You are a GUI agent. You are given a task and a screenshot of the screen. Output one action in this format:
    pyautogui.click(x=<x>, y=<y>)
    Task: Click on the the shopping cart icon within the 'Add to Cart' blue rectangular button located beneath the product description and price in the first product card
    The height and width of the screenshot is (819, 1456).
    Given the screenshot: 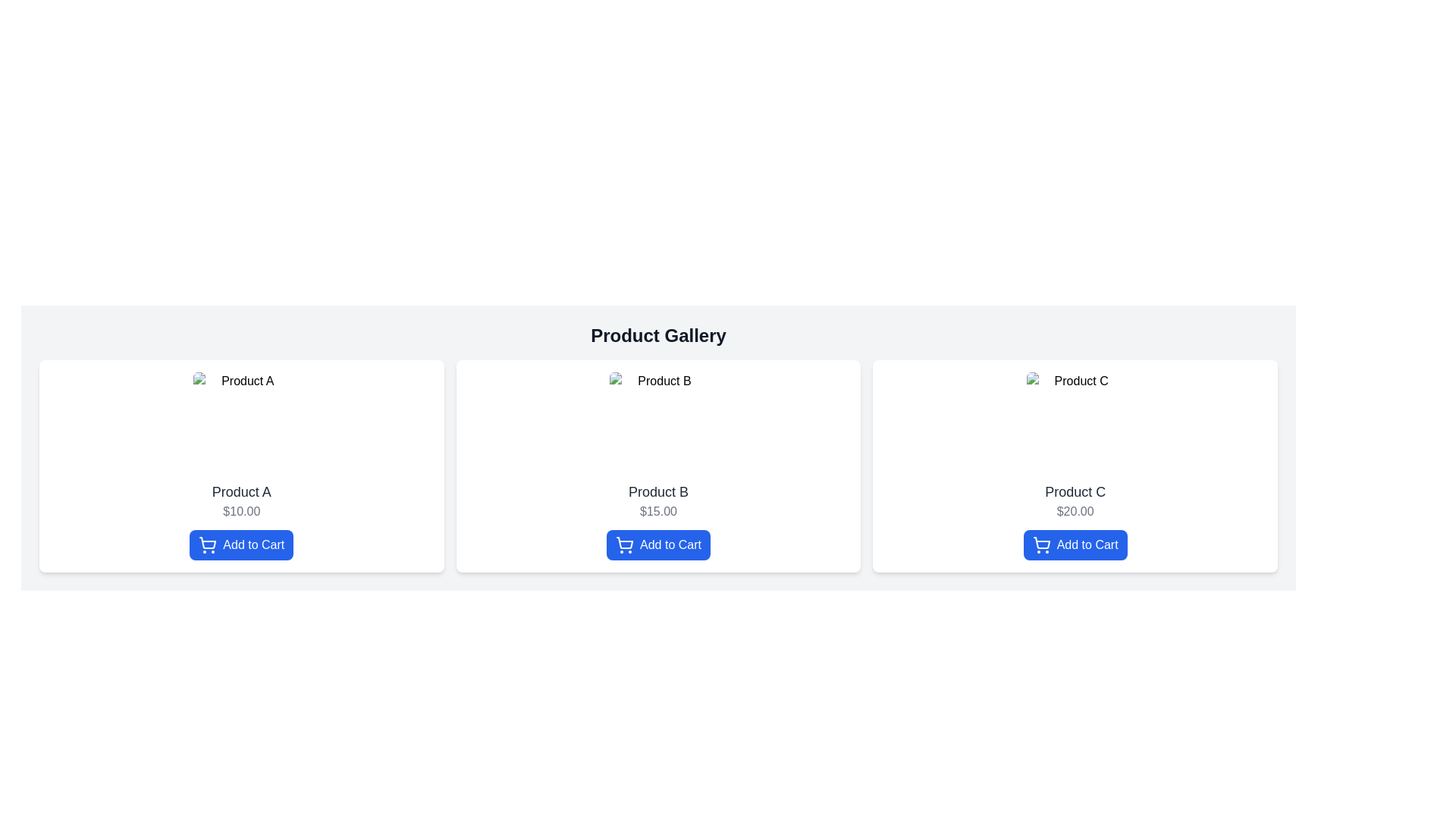 What is the action you would take?
    pyautogui.click(x=207, y=544)
    